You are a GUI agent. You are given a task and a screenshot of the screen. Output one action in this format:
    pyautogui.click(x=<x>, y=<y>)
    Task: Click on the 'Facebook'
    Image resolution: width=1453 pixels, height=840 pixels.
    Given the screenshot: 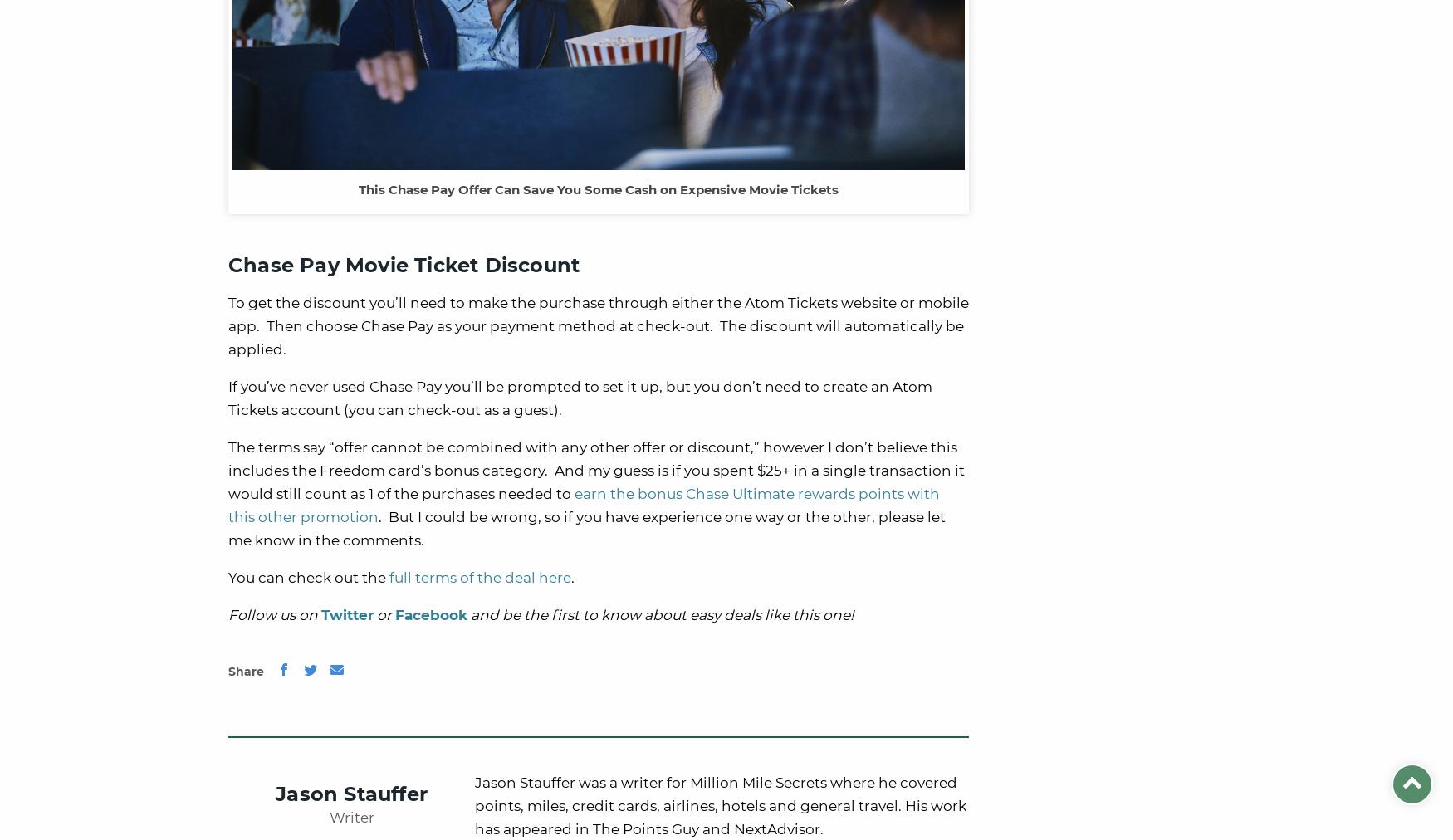 What is the action you would take?
    pyautogui.click(x=430, y=614)
    